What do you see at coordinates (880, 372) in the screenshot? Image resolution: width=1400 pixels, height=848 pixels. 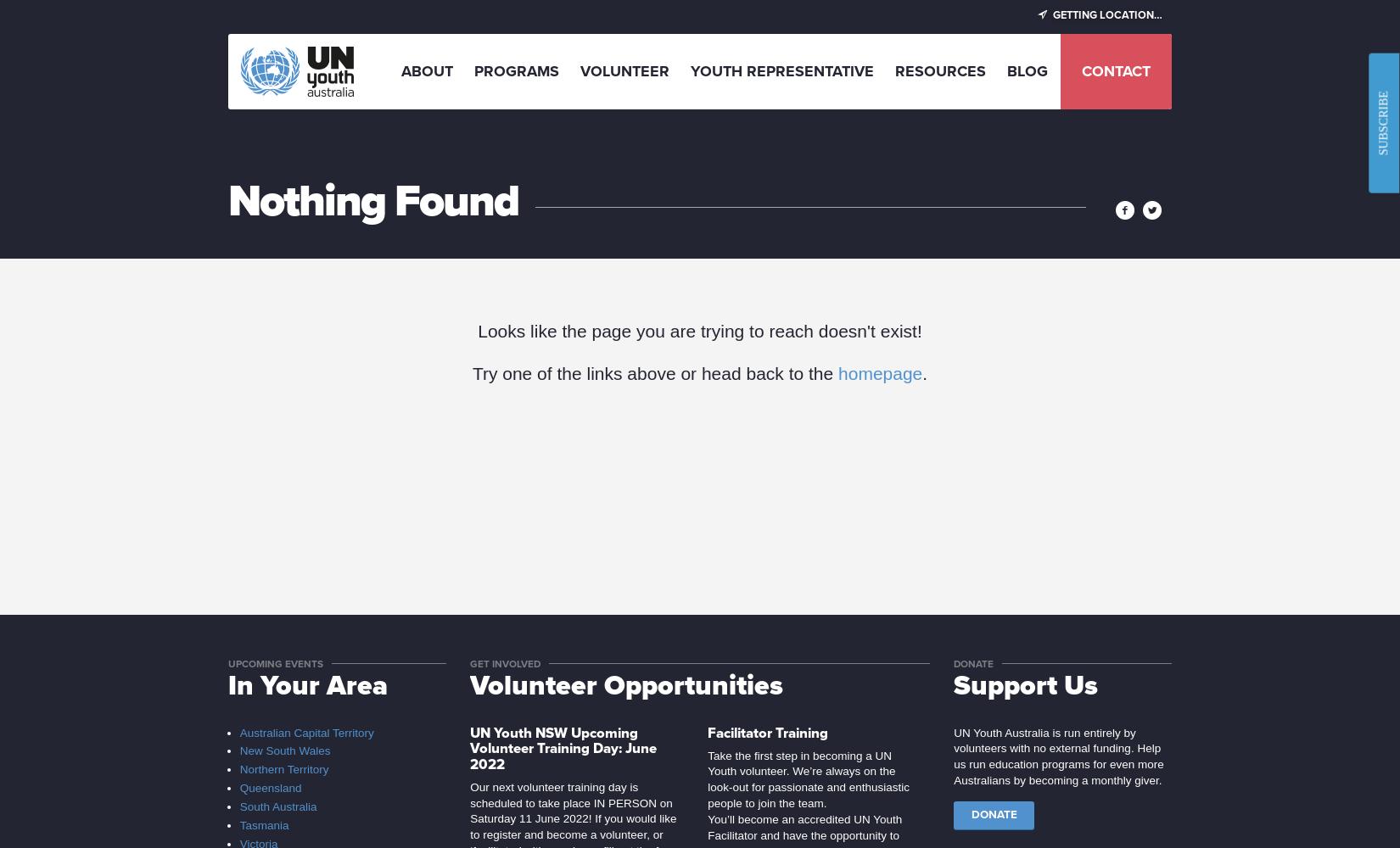 I see `'homepage'` at bounding box center [880, 372].